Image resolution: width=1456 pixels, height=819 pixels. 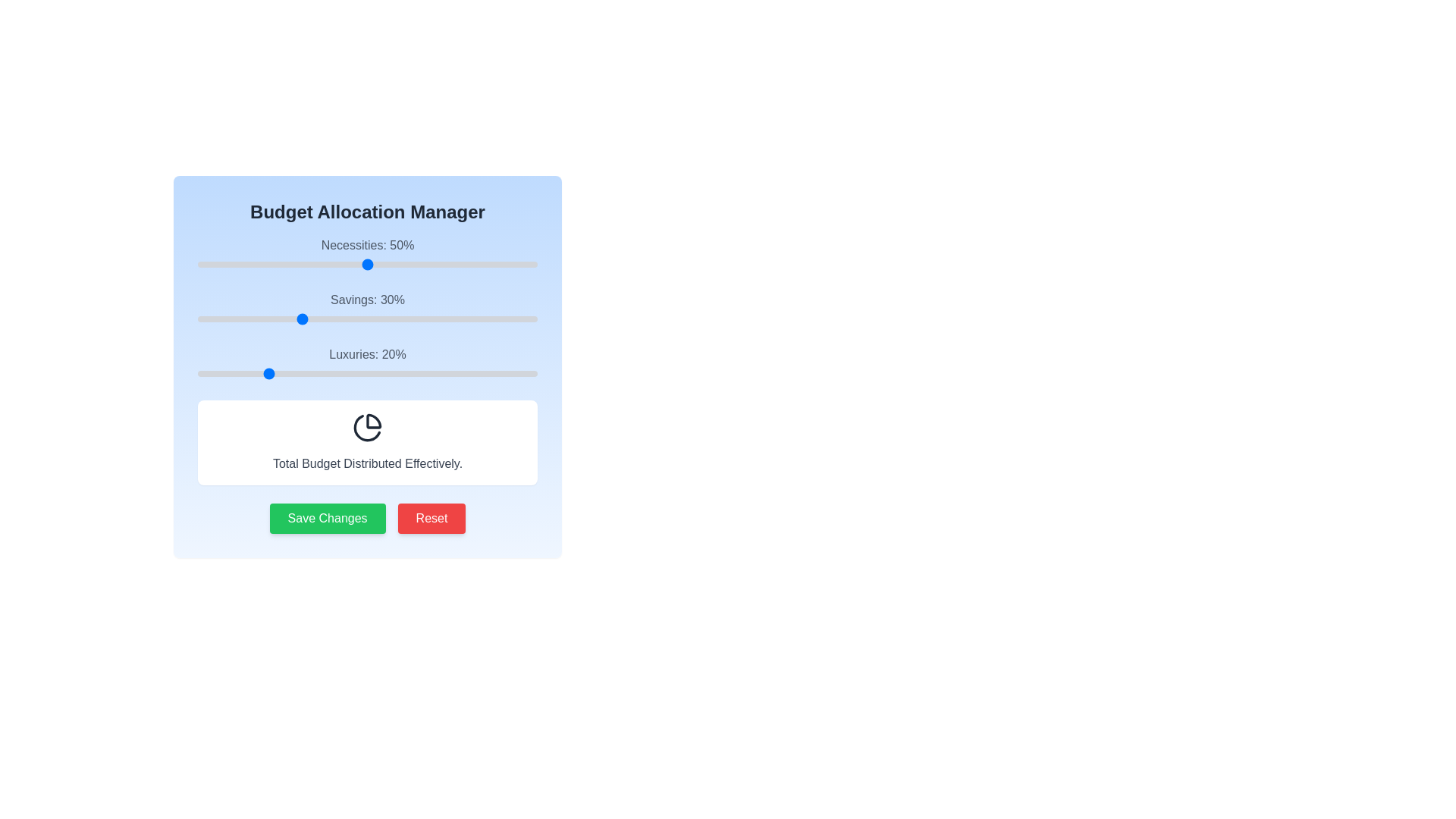 What do you see at coordinates (378, 263) in the screenshot?
I see `the 'necessities' slider` at bounding box center [378, 263].